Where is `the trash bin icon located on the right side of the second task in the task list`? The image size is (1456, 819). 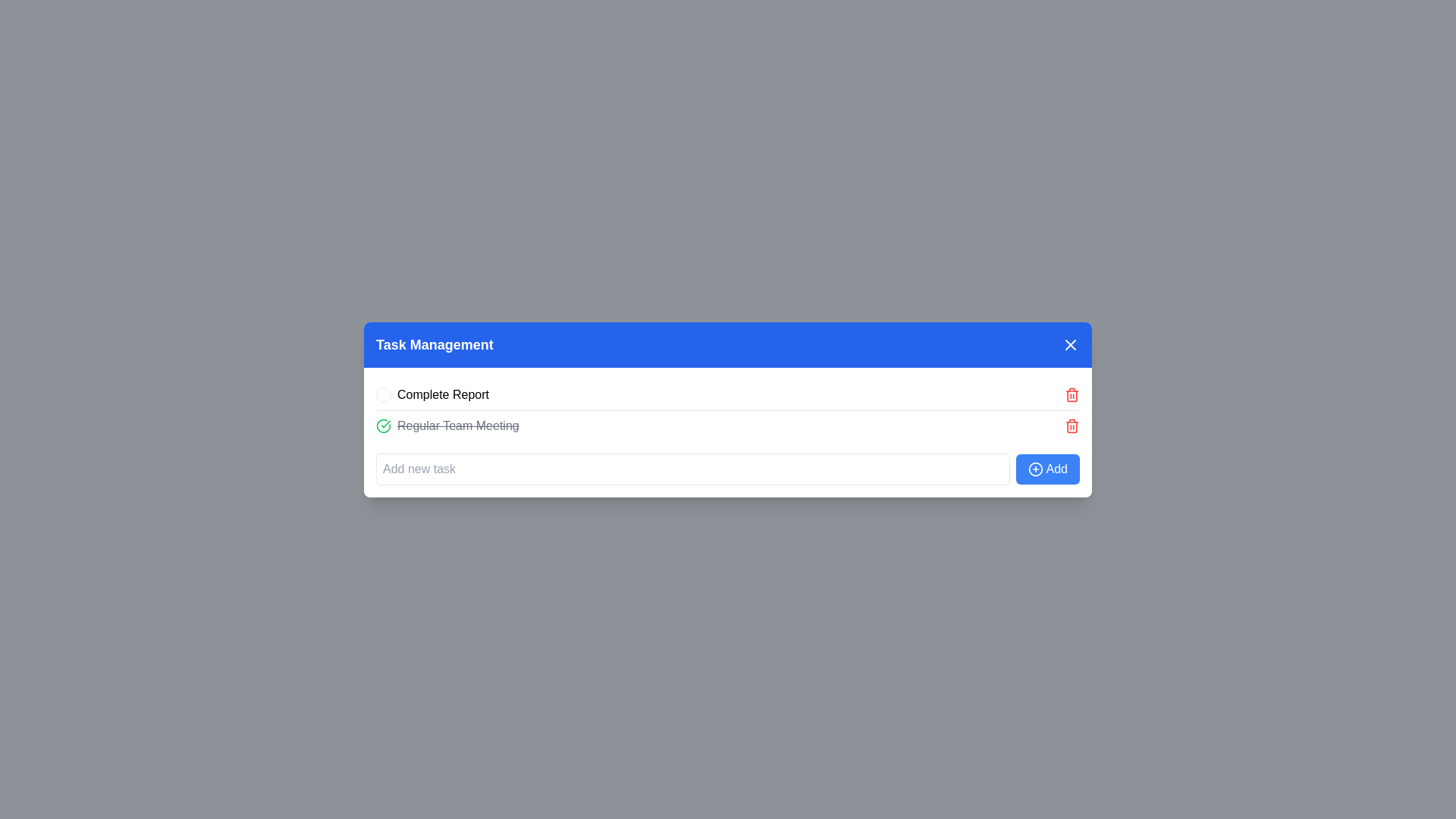 the trash bin icon located on the right side of the second task in the task list is located at coordinates (1072, 394).